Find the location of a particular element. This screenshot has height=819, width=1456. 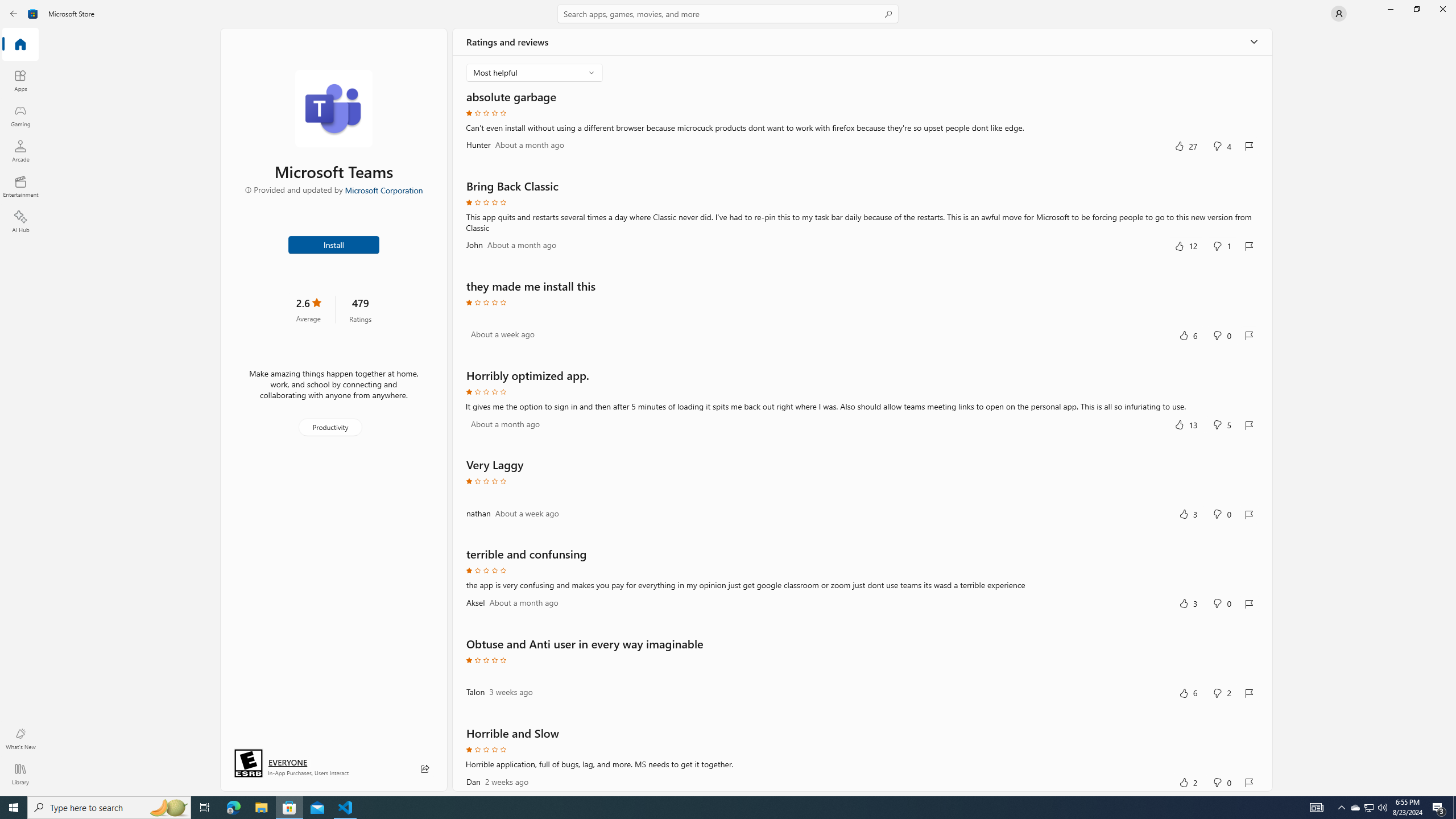

'Yes, this was helpful. 3 votes.' is located at coordinates (1187, 603).